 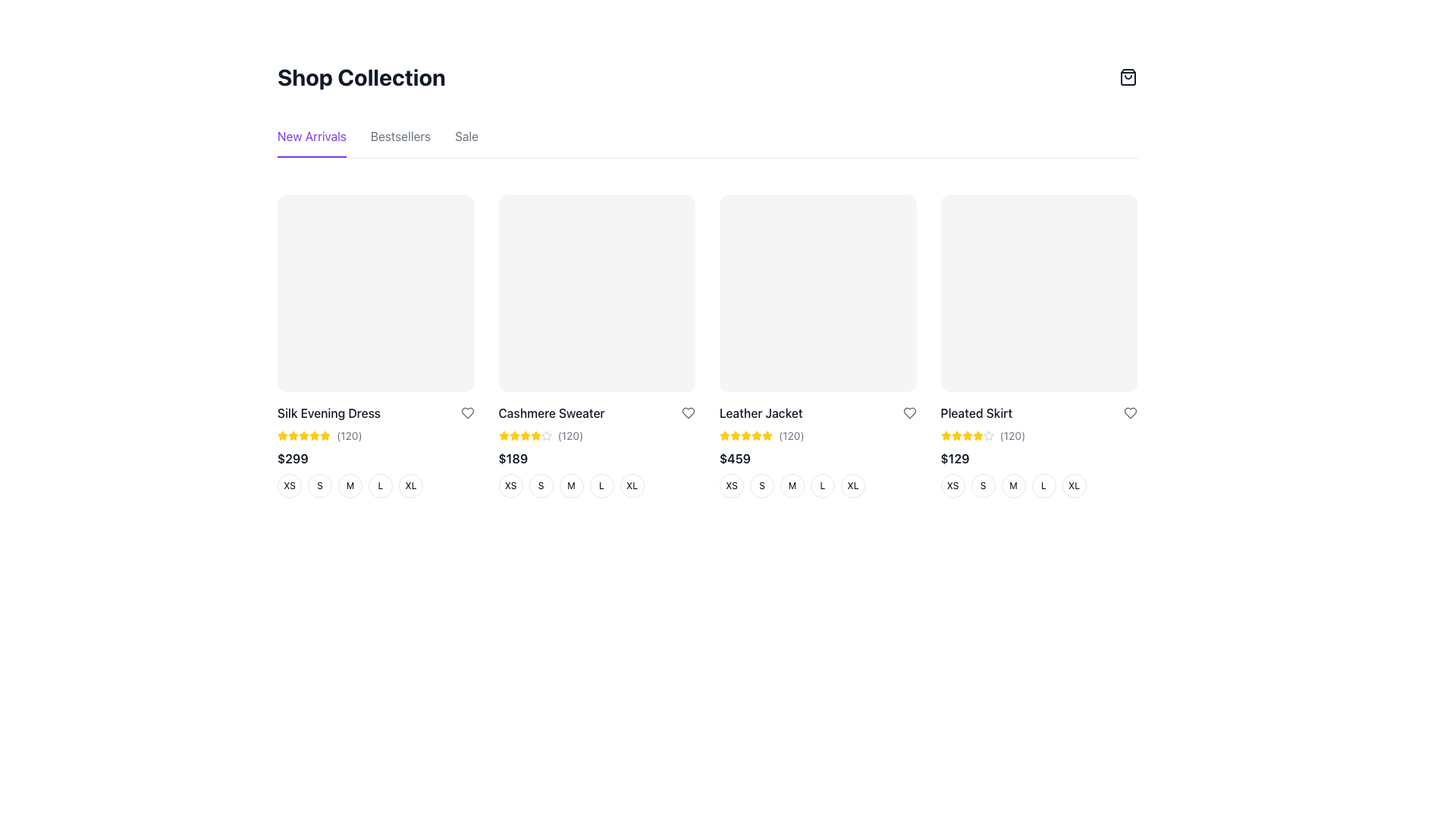 I want to click on the second star icon in the rating section below the item card for 'Silk Evening Dress' to rate it, so click(x=303, y=435).